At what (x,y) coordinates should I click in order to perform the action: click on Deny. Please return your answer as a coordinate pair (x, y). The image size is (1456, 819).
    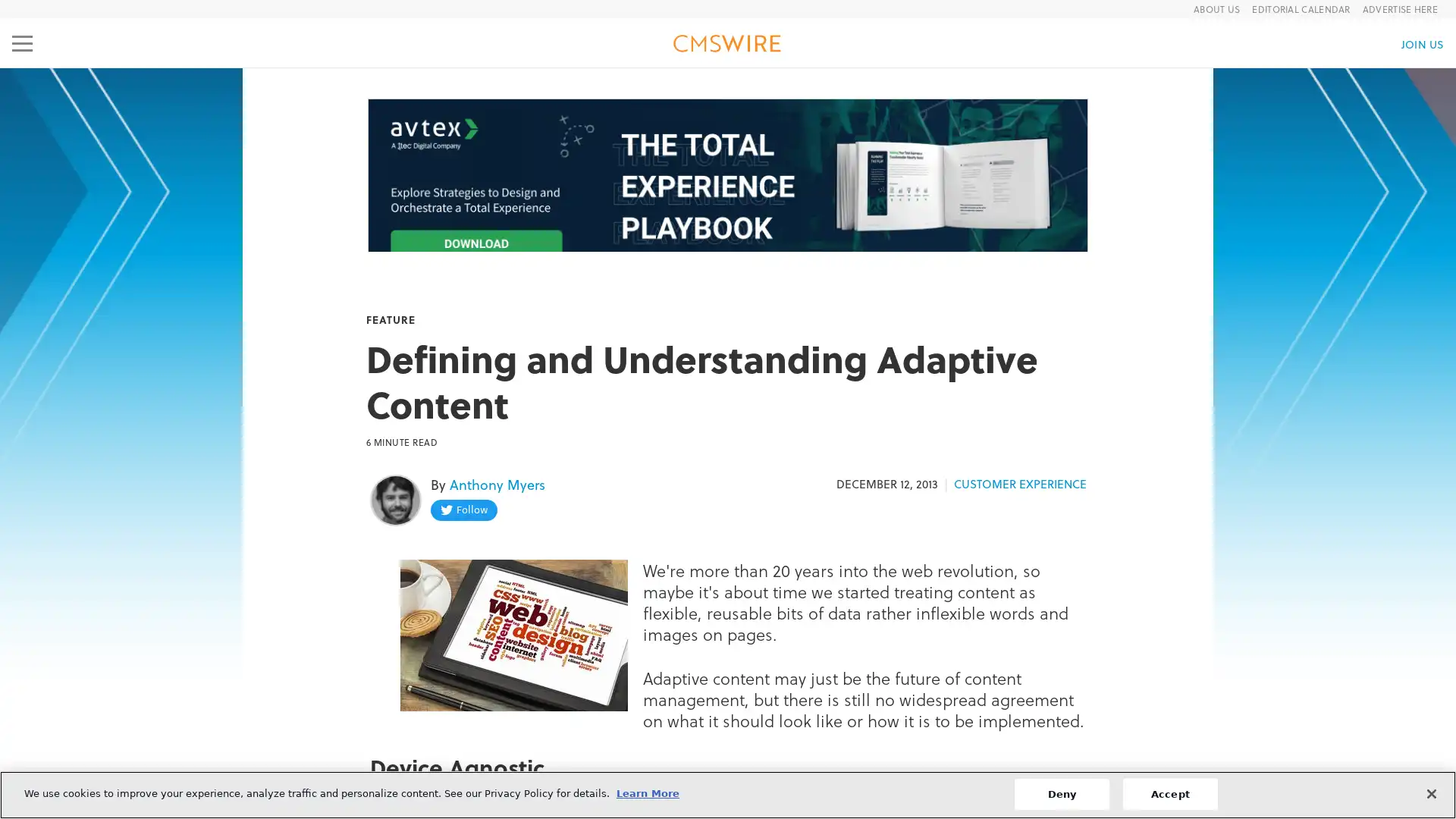
    Looking at the image, I should click on (1060, 792).